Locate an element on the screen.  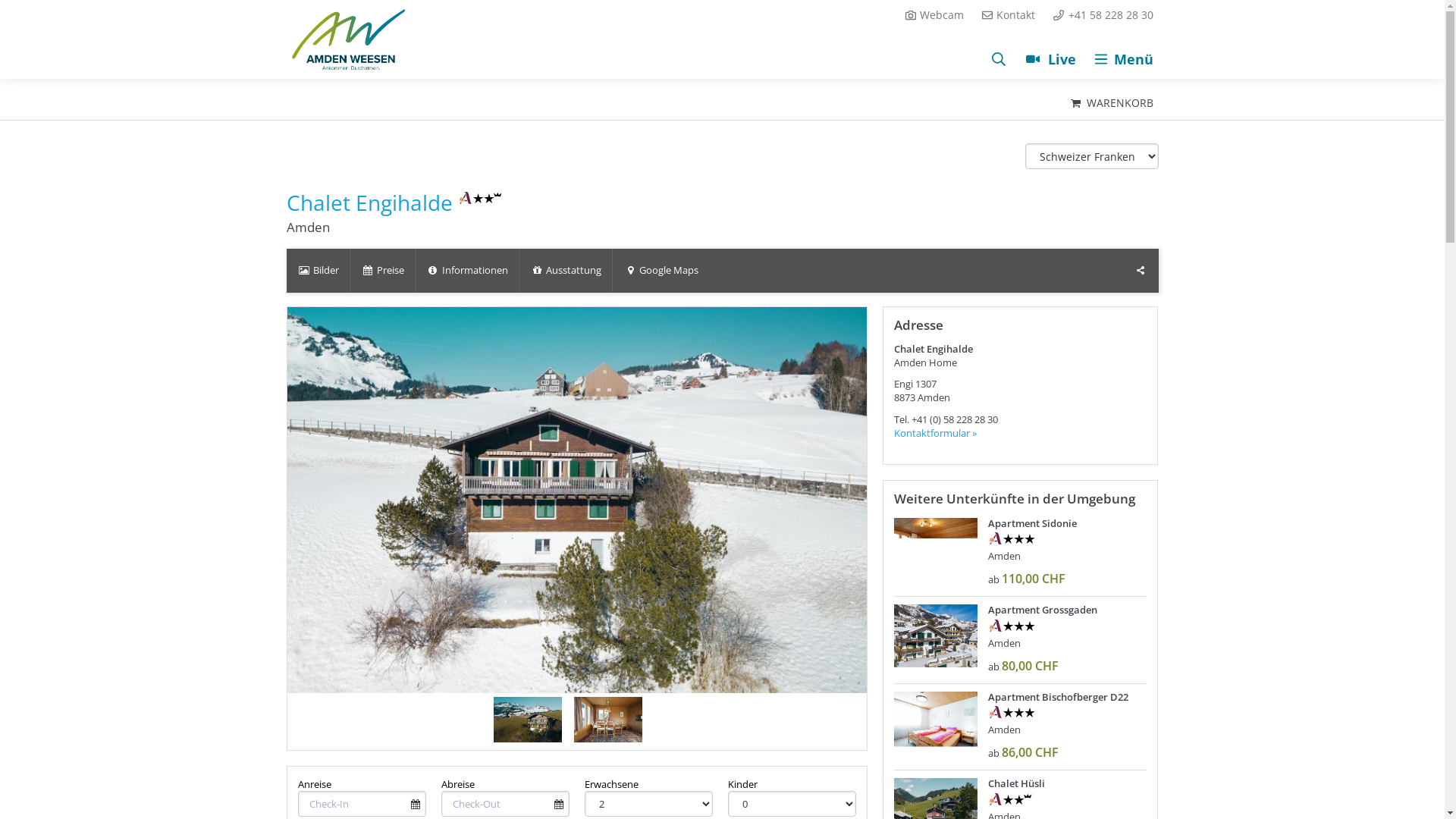
'+41 58 228 28 30' is located at coordinates (1103, 15).